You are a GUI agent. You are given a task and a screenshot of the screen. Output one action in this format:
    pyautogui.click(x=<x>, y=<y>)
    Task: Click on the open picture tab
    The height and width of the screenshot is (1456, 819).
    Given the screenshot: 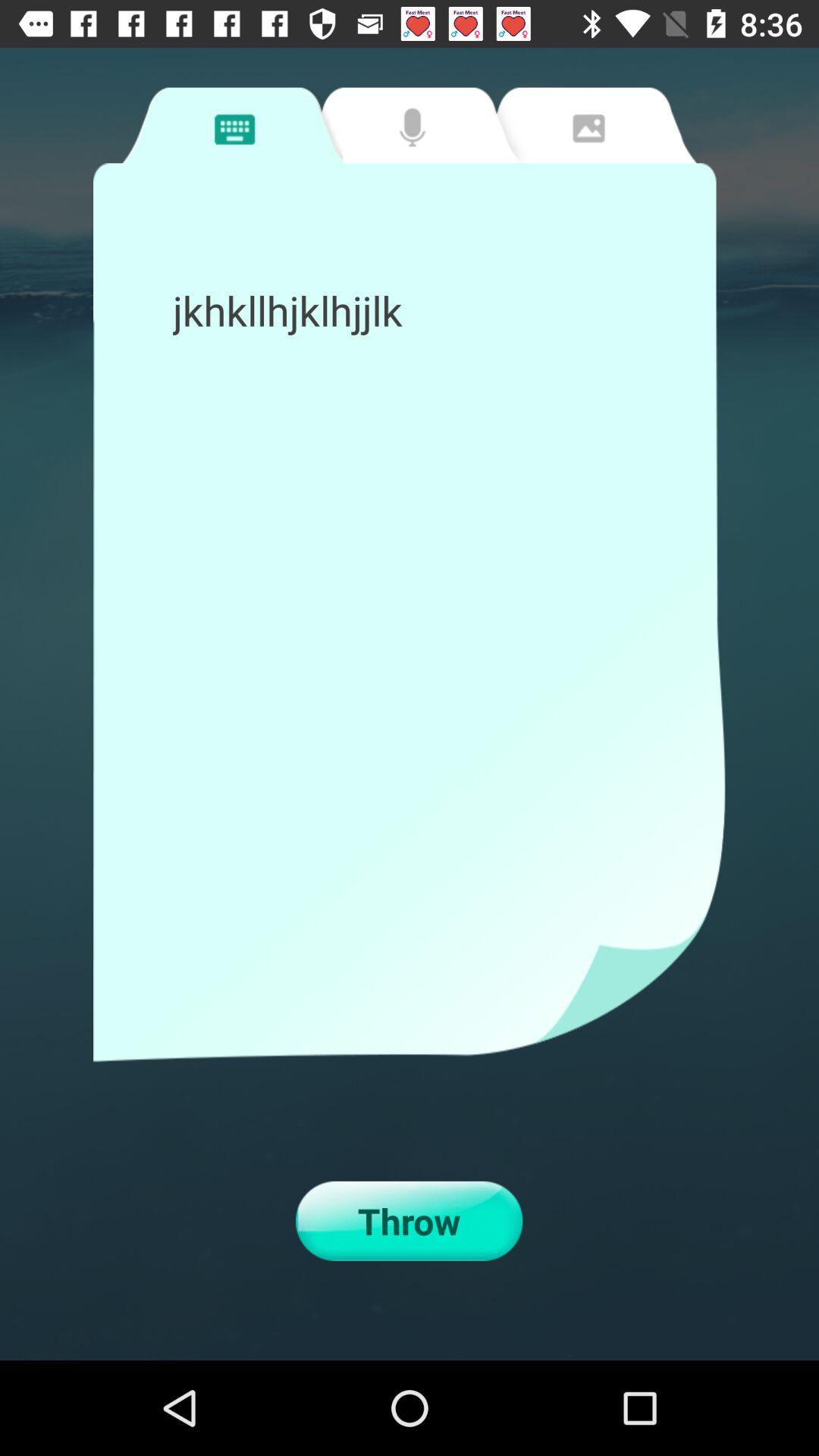 What is the action you would take?
    pyautogui.click(x=585, y=125)
    